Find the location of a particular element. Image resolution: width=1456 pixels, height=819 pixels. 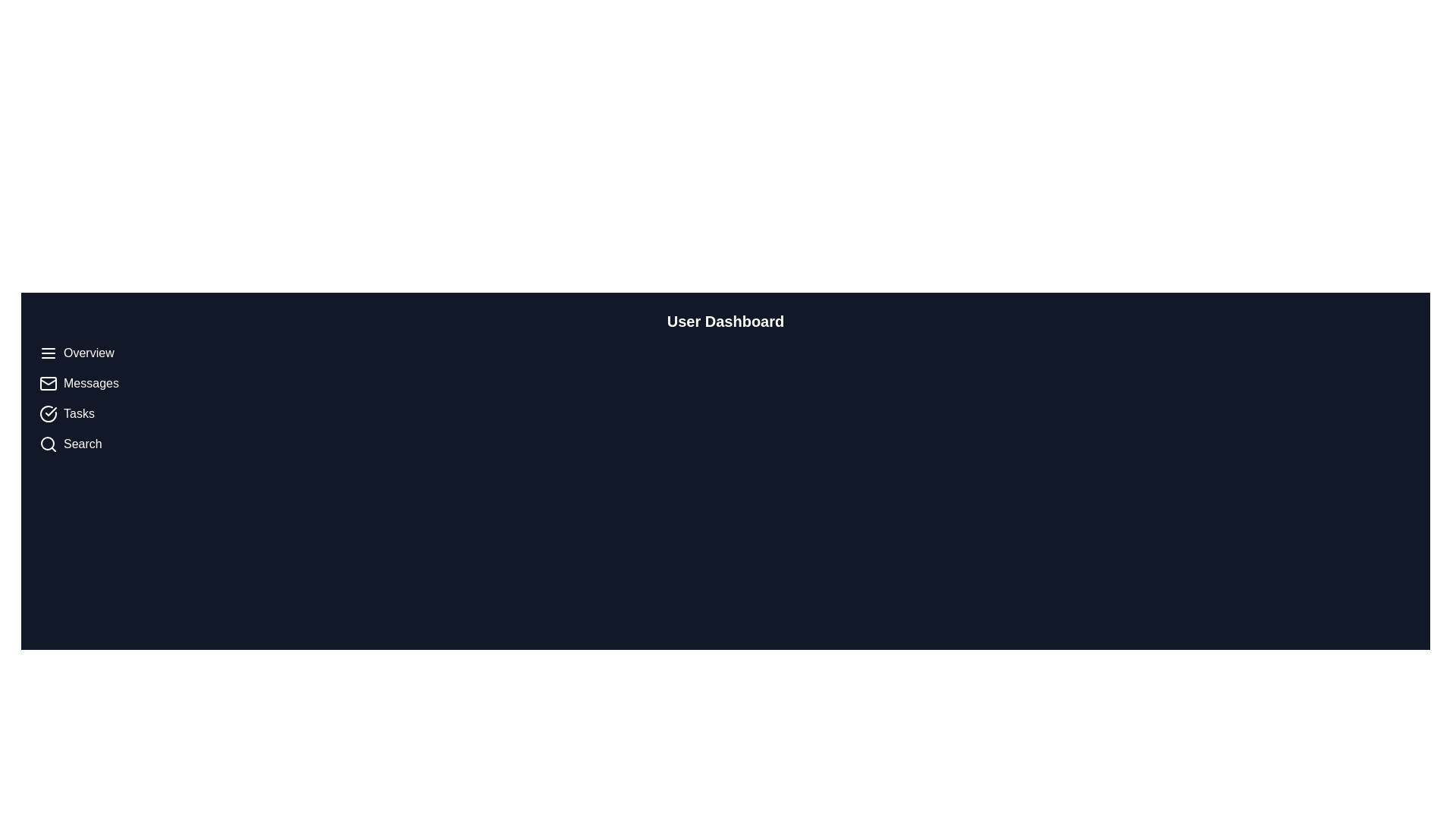

the 'Messages' label, which is a white text label in a vertical navigation bar on the left side, positioned below 'Overview' and above 'Tasks' is located at coordinates (90, 382).